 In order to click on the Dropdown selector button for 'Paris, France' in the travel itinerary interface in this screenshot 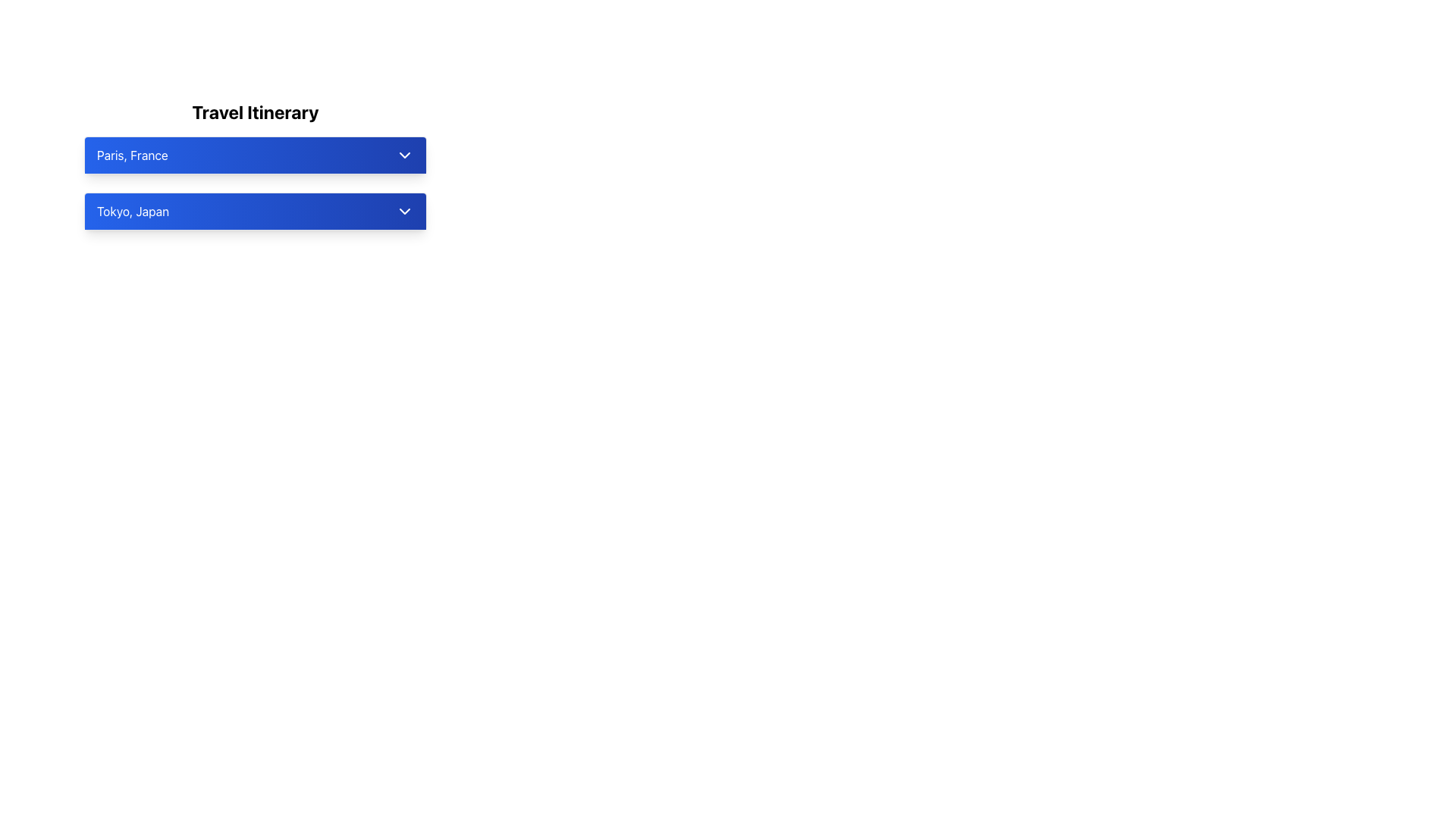, I will do `click(255, 155)`.